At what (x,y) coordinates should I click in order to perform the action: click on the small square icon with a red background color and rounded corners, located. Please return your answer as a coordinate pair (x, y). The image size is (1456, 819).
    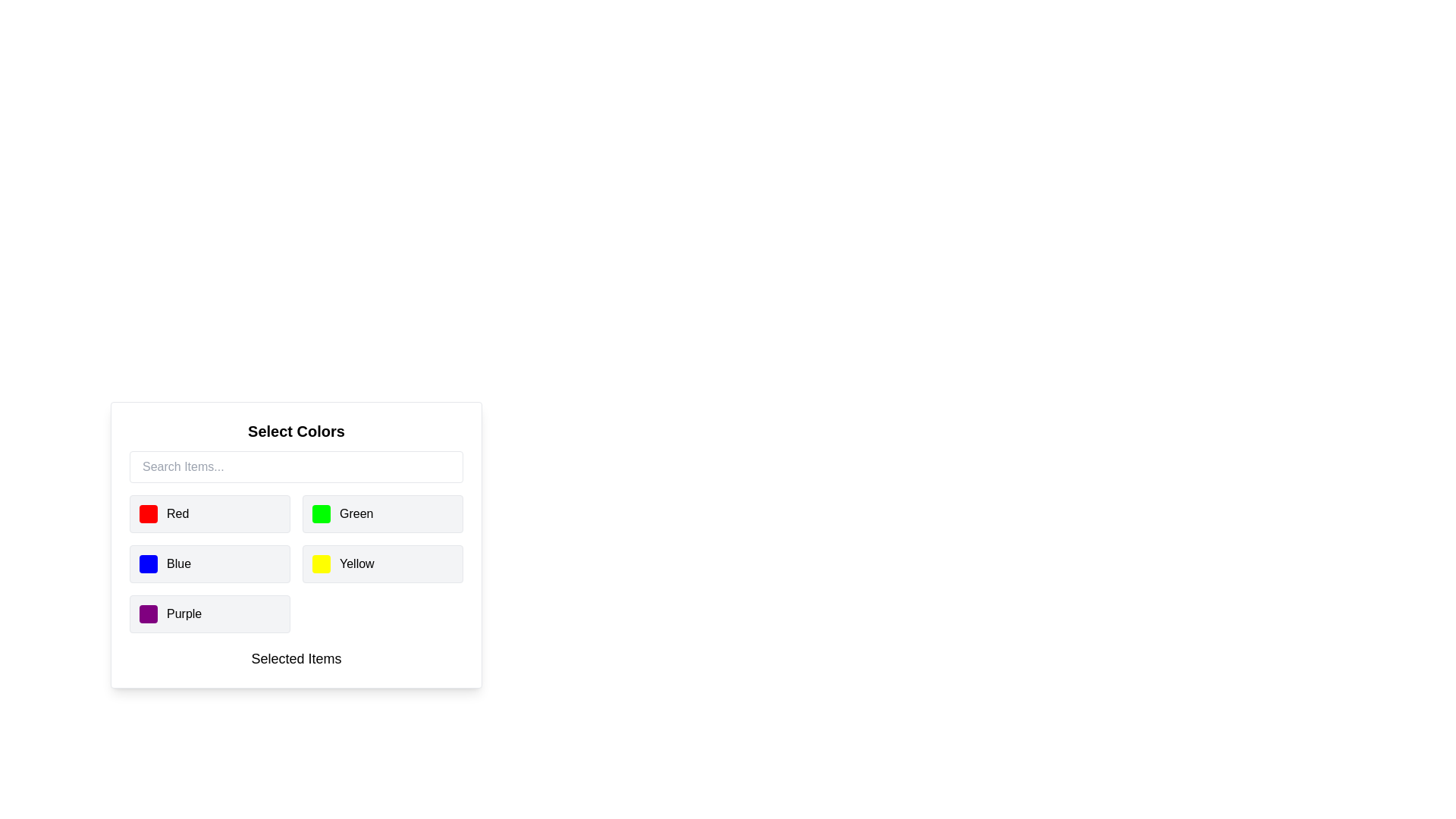
    Looking at the image, I should click on (149, 513).